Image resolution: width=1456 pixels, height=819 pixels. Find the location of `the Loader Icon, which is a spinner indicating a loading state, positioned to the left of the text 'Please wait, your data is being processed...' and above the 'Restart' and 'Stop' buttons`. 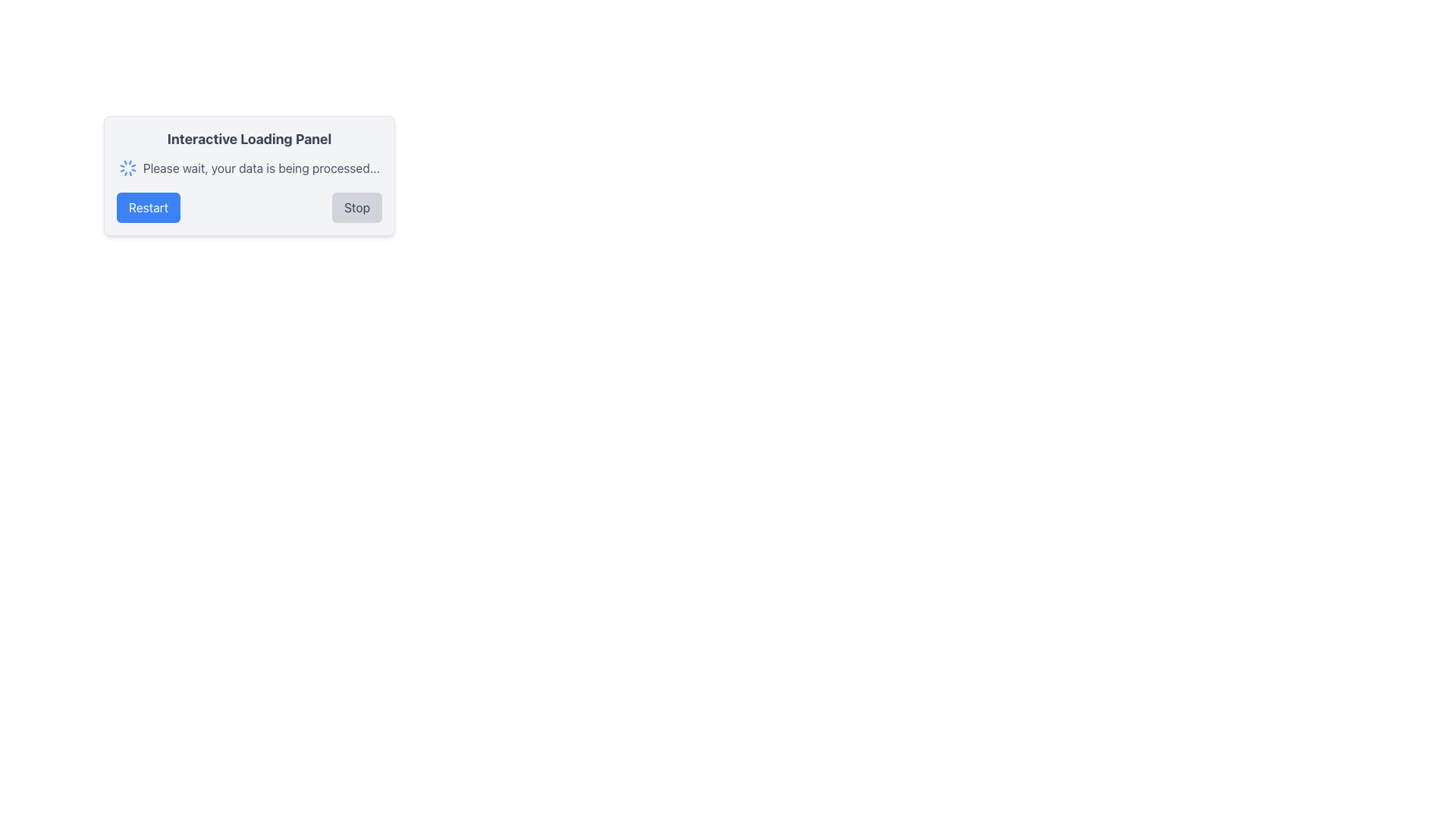

the Loader Icon, which is a spinner indicating a loading state, positioned to the left of the text 'Please wait, your data is being processed...' and above the 'Restart' and 'Stop' buttons is located at coordinates (127, 168).